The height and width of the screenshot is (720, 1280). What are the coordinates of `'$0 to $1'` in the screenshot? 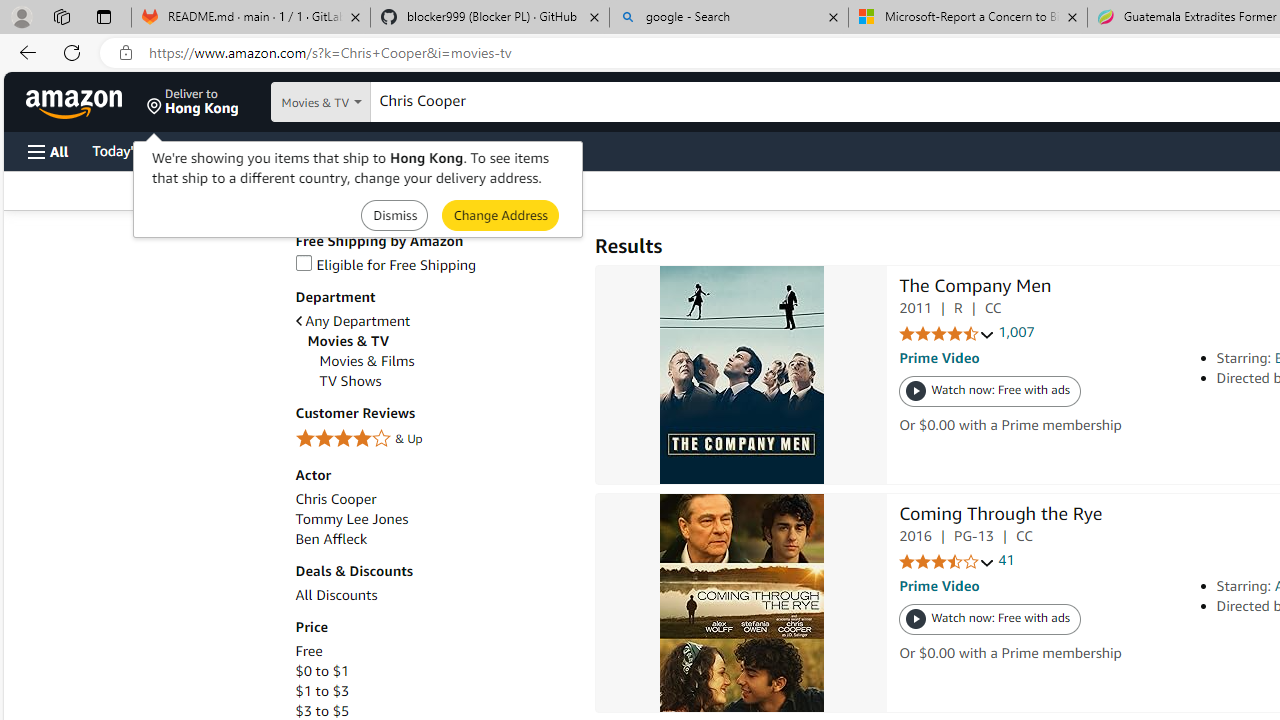 It's located at (433, 671).